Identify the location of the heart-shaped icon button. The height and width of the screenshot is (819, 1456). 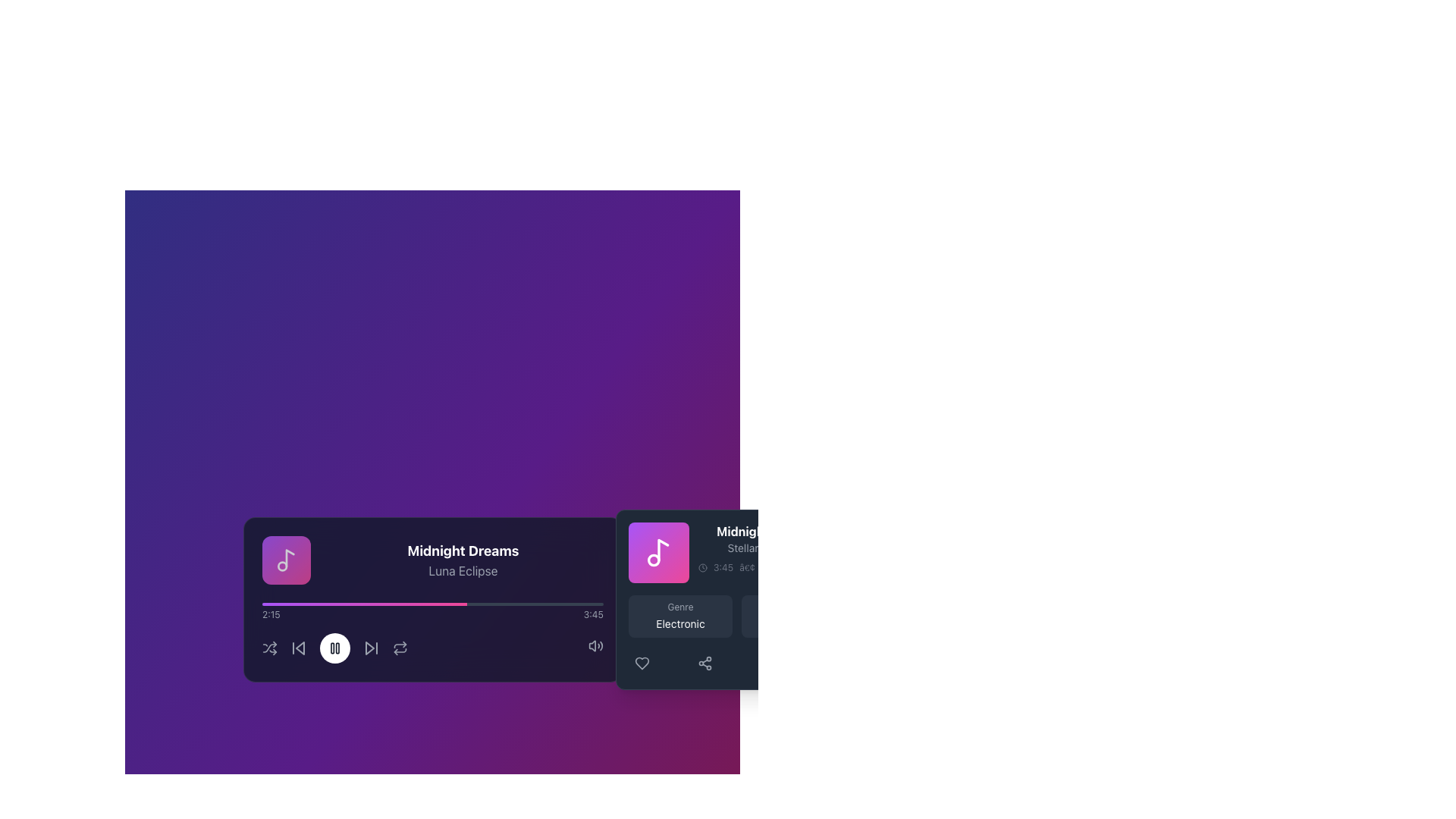
(642, 663).